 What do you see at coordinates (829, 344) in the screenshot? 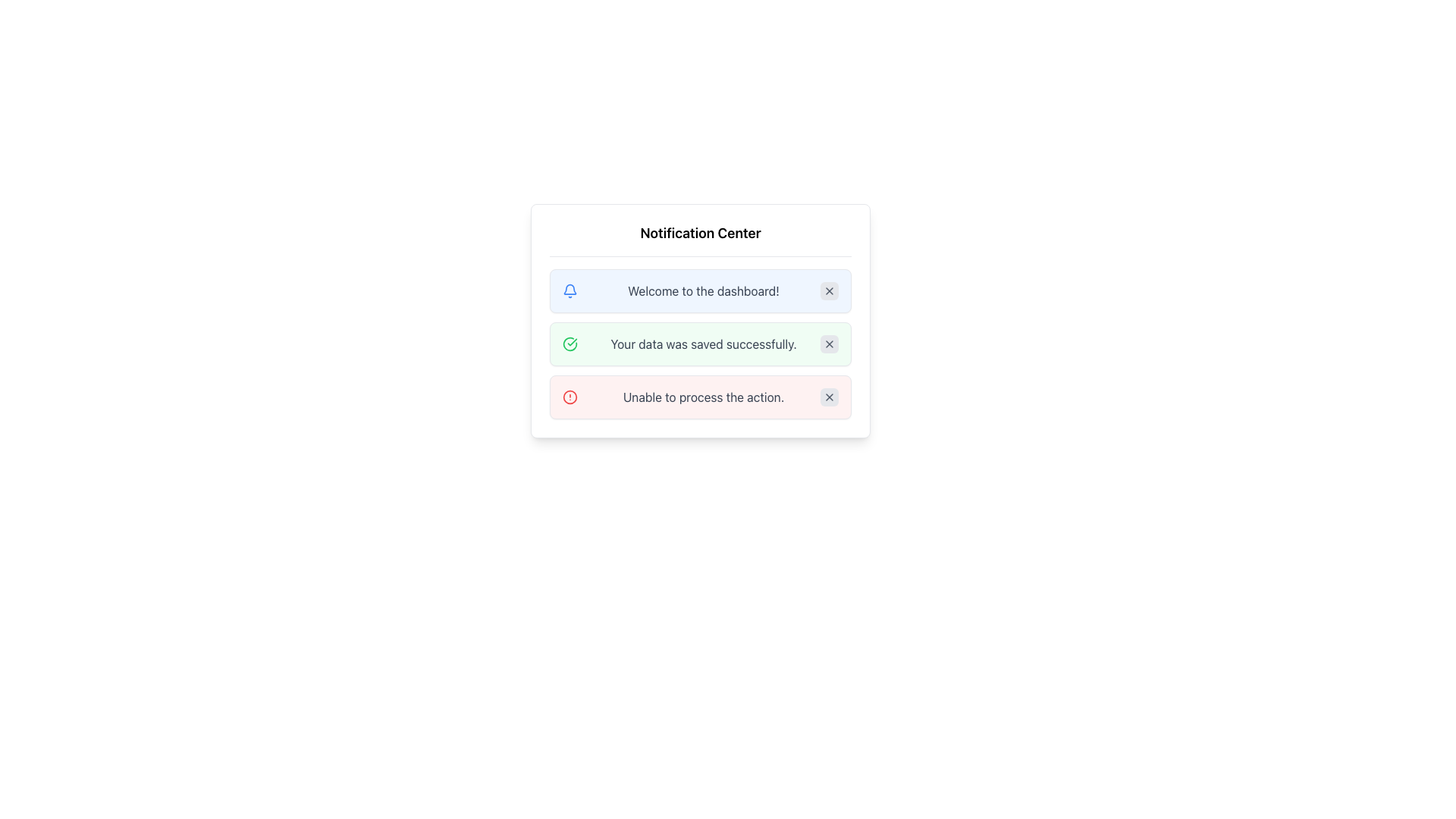
I see `the dismiss button located within the notification card` at bounding box center [829, 344].